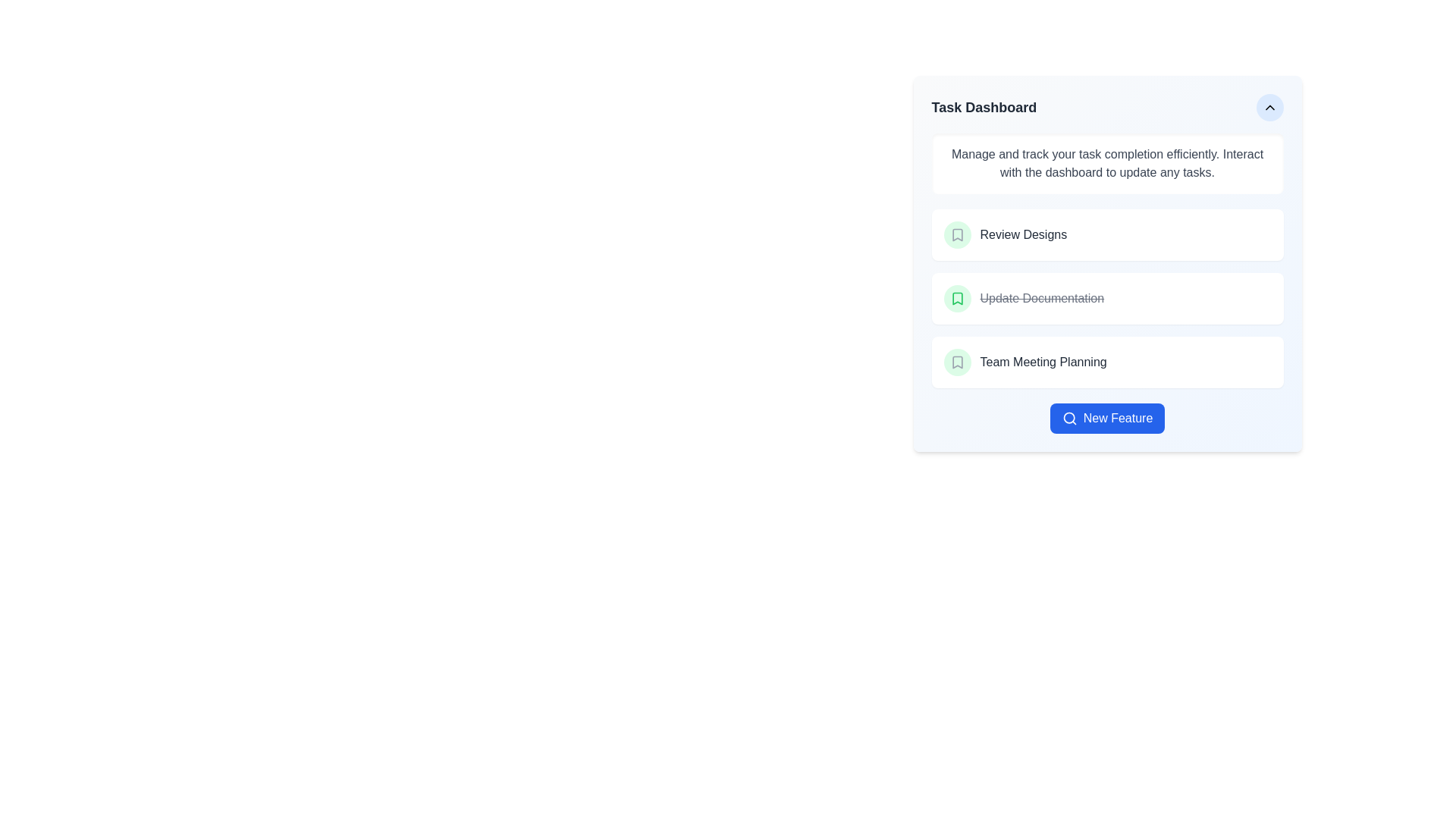 This screenshot has width=1456, height=819. What do you see at coordinates (1107, 418) in the screenshot?
I see `the button with bright blue background and 'New Feature' text` at bounding box center [1107, 418].